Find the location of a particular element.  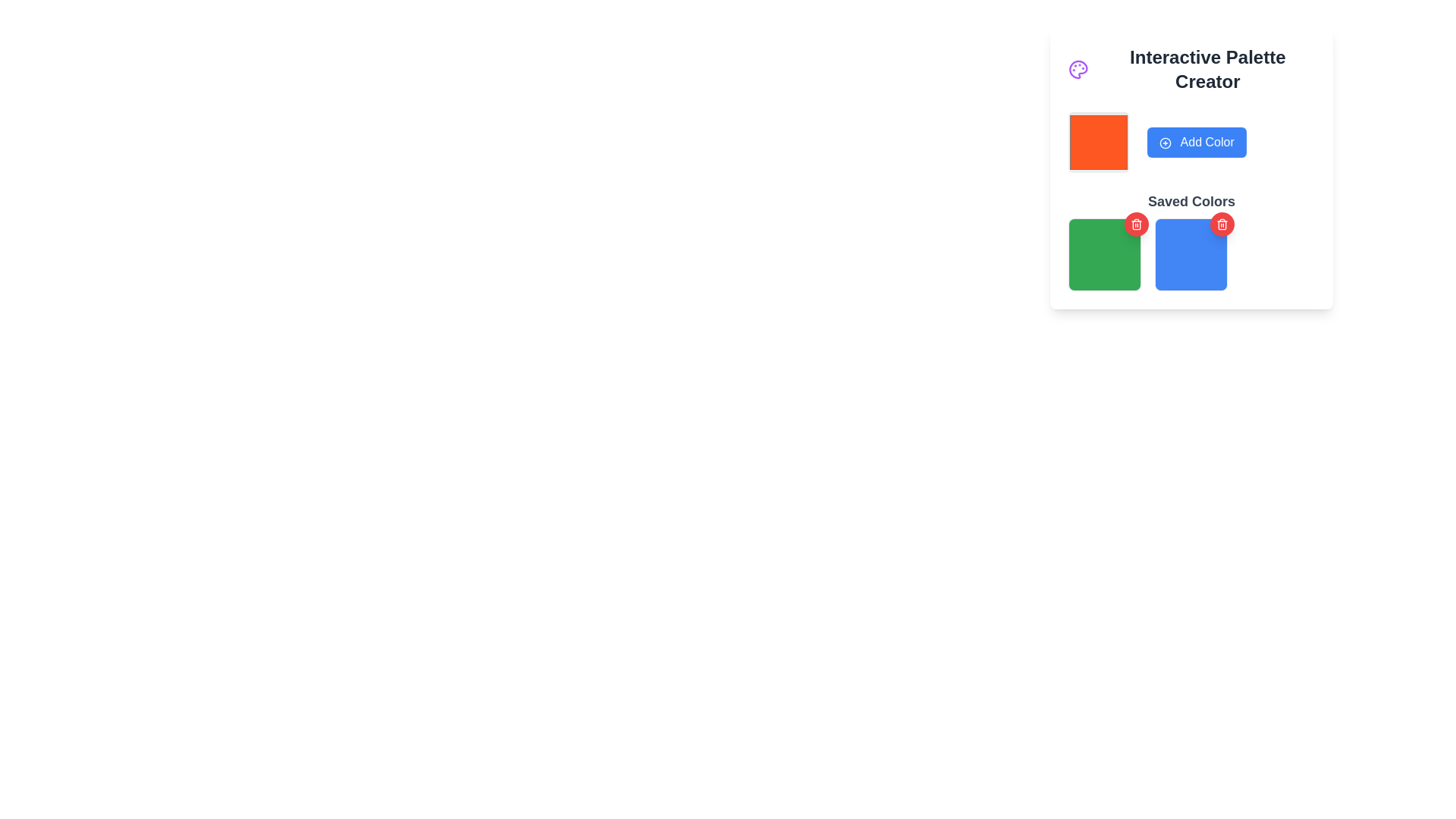

the circular icon with a blue outline and a plus sign in its center, located to the left of the 'Add Color' button is located at coordinates (1164, 143).